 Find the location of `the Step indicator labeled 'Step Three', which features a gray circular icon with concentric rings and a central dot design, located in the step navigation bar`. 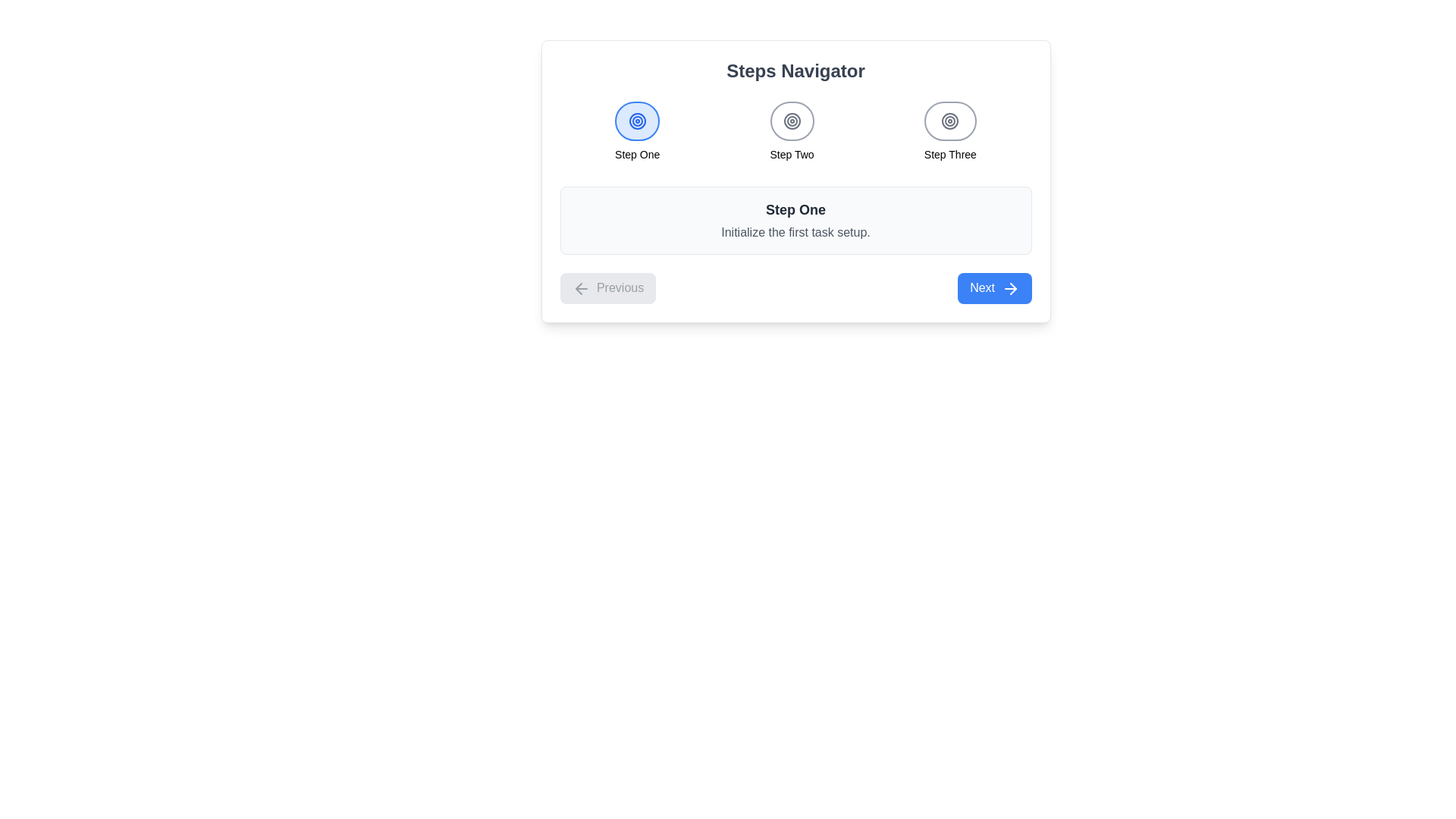

the Step indicator labeled 'Step Three', which features a gray circular icon with concentric rings and a central dot design, located in the step navigation bar is located at coordinates (949, 130).